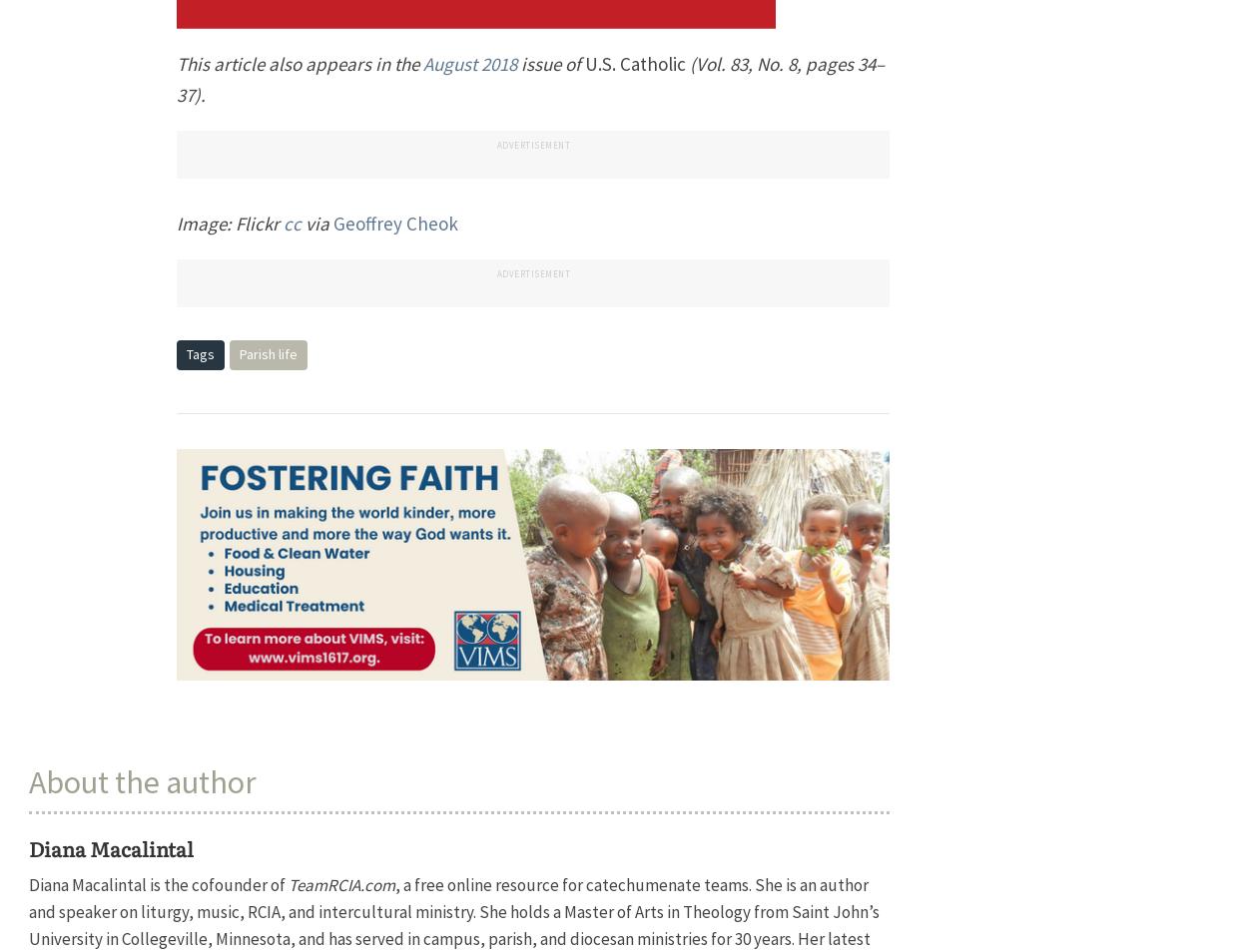  Describe the element at coordinates (635, 63) in the screenshot. I see `'U.S. Catholic'` at that location.